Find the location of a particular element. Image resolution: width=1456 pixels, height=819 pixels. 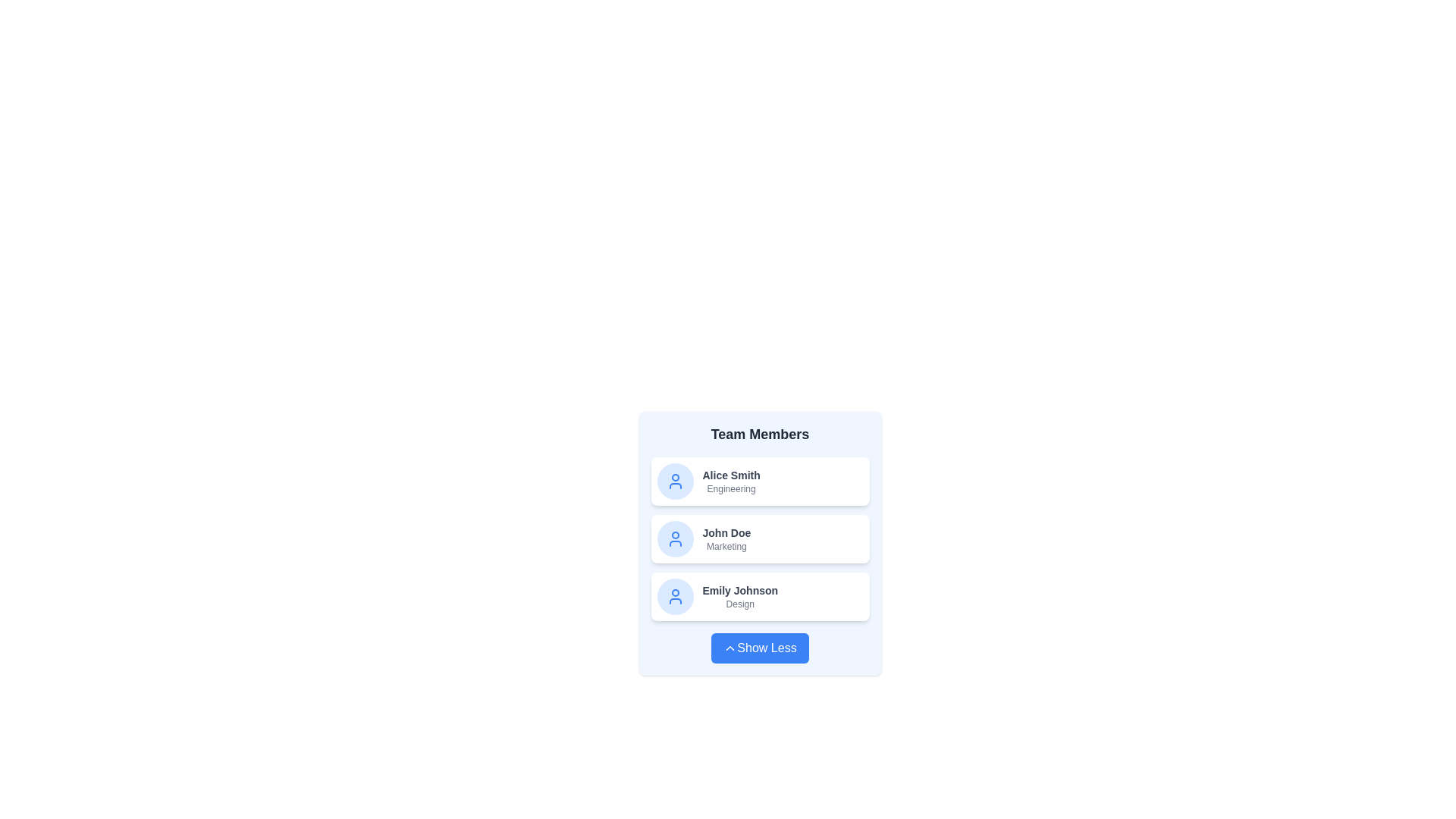

the text label displaying 'Design', which is located under 'Emily Johnson' within the third box of team members is located at coordinates (740, 604).